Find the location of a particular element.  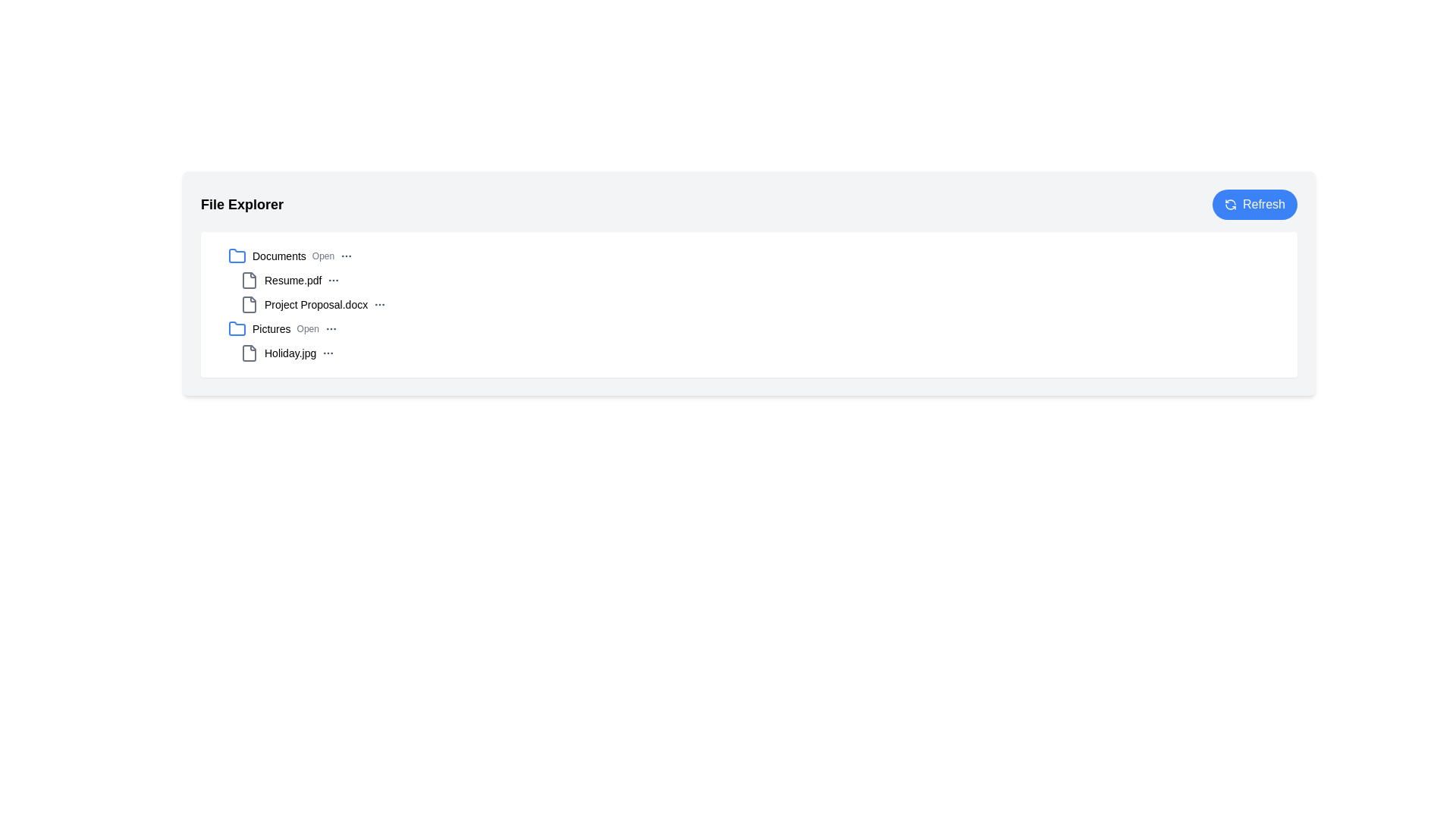

the text label reading 'Holiday.jpg' to focus or interact indirectly with the associated file entry in the file explorer interface is located at coordinates (290, 353).